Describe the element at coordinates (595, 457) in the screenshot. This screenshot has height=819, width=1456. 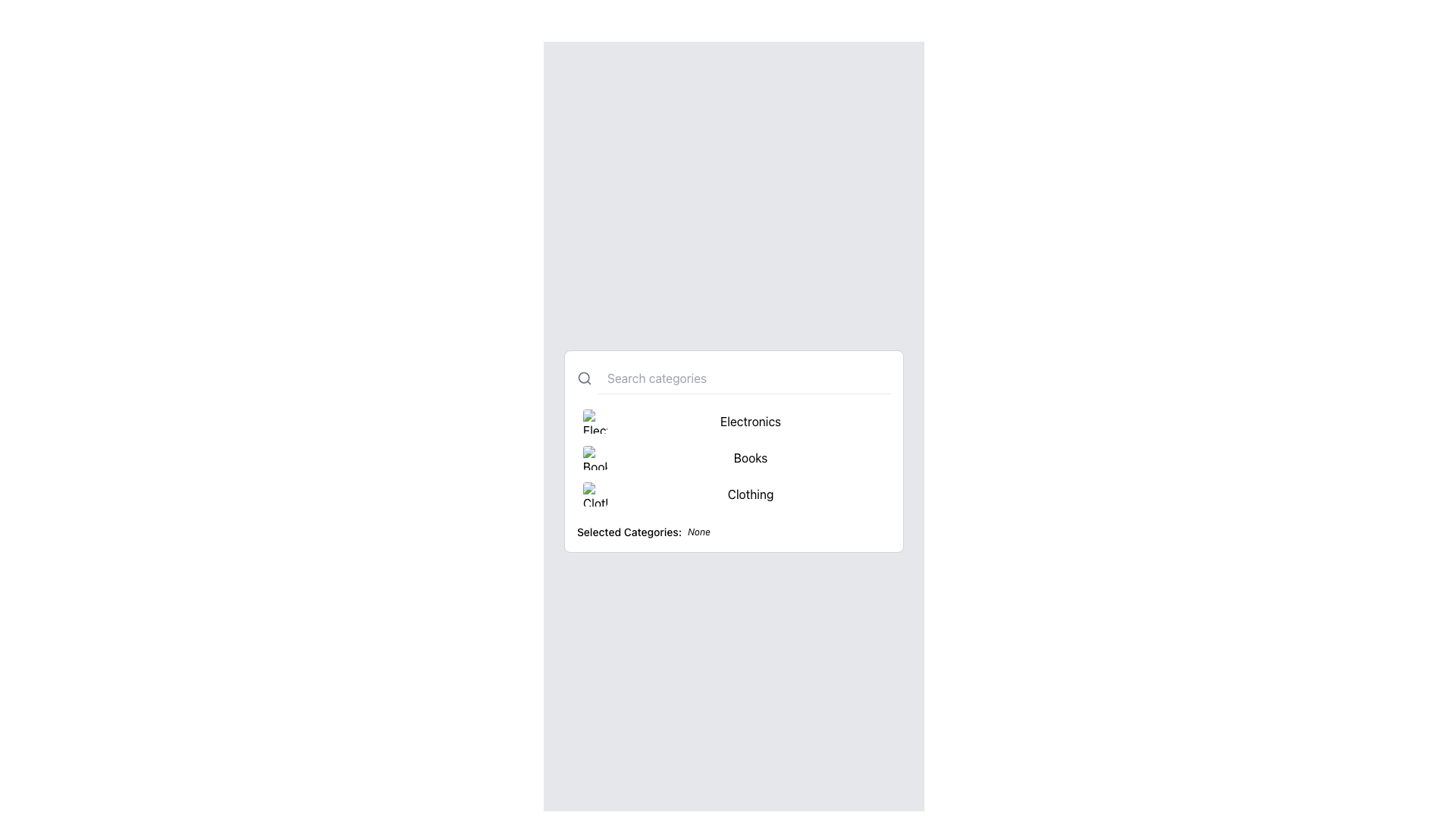
I see `the 8x8 icon representing an image pointing to the source '/icons/books.png', located to the left of the text 'Books' in the vertical list of categories` at that location.